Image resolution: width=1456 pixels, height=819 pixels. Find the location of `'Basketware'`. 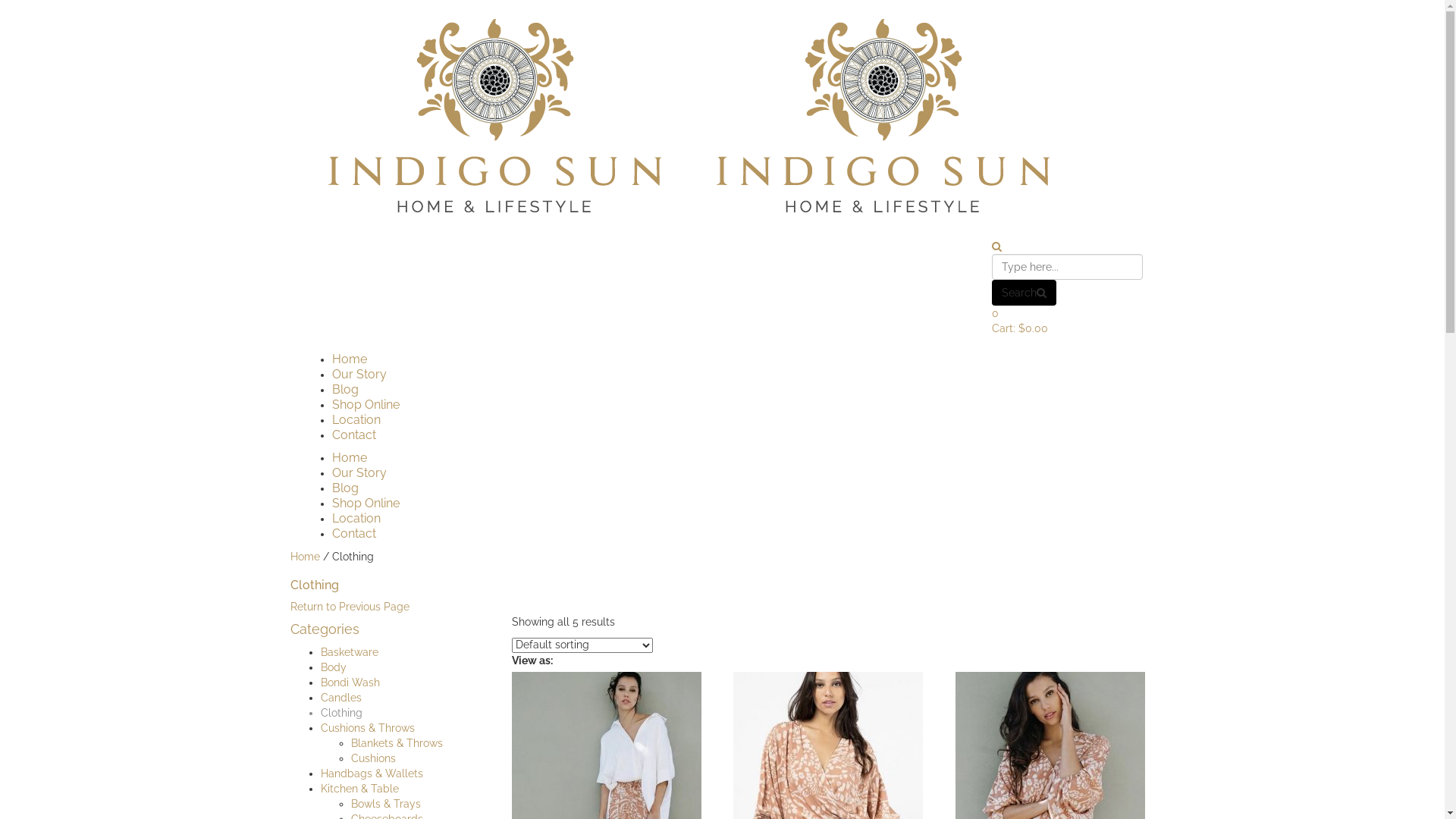

'Basketware' is located at coordinates (319, 651).